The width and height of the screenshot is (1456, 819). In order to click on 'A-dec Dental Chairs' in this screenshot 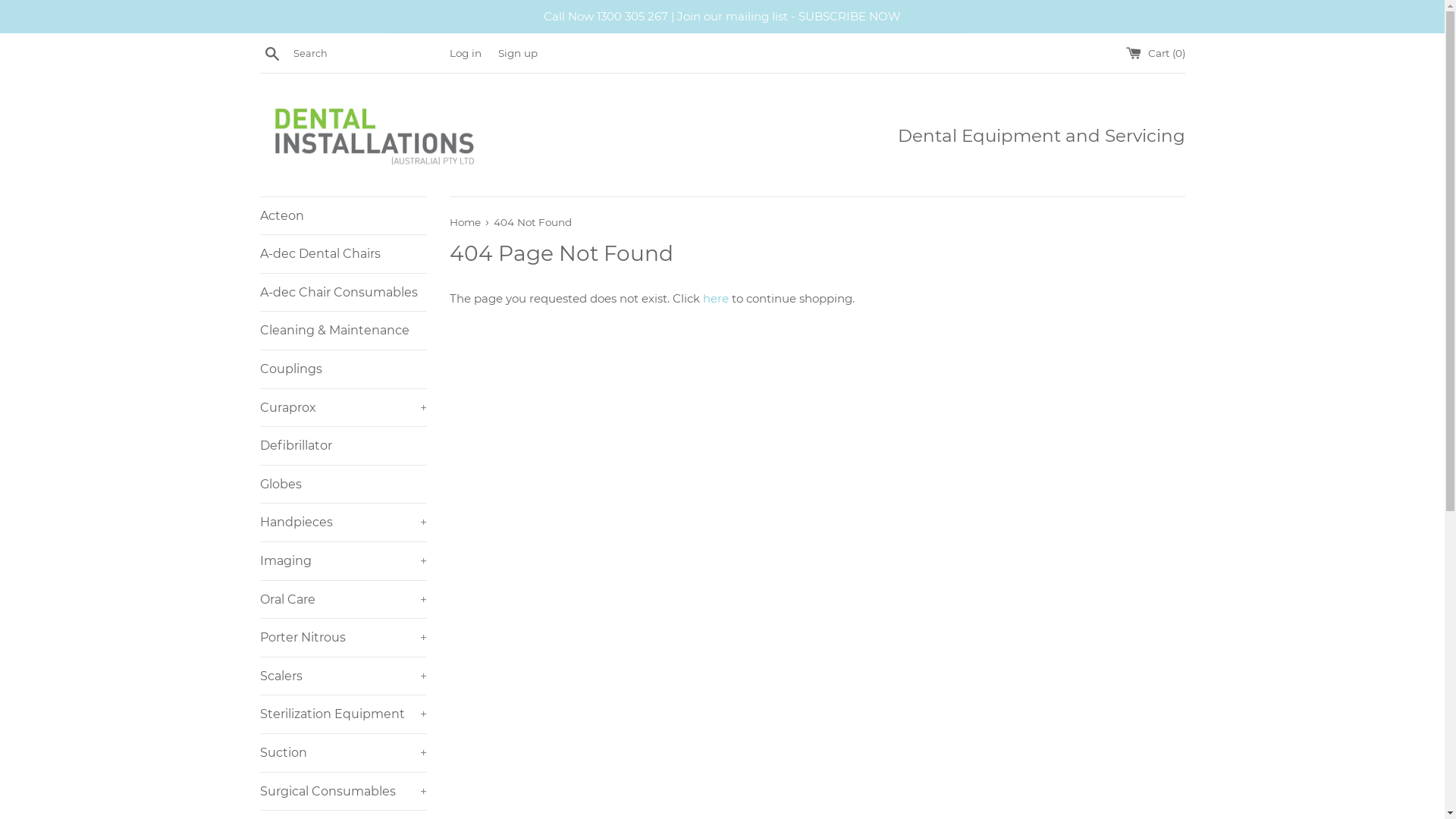, I will do `click(341, 253)`.